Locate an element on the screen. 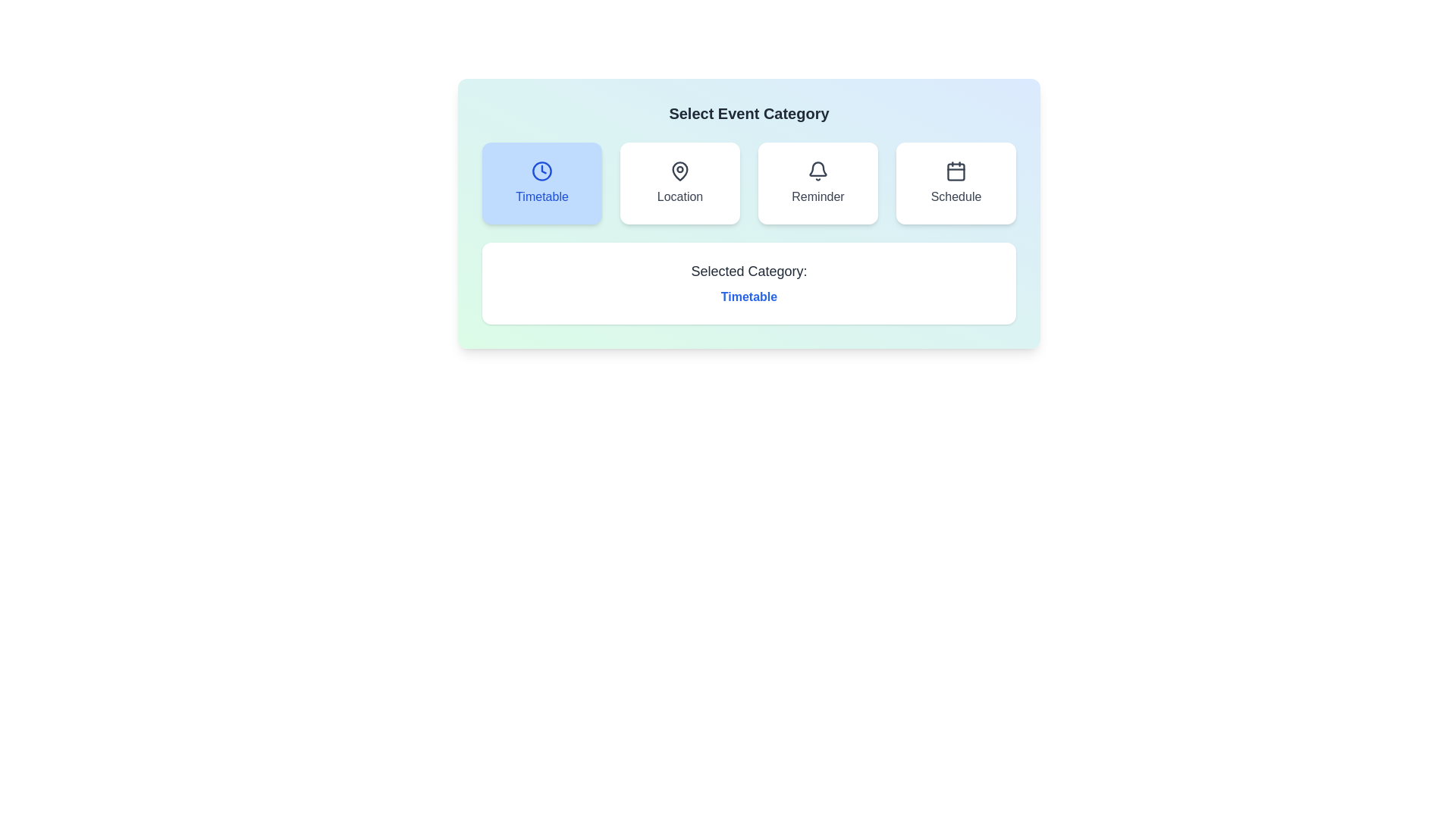 This screenshot has height=819, width=1456. the text 'Timetable' in the 'Selected Category' section to interact with the displayed information is located at coordinates (749, 297).